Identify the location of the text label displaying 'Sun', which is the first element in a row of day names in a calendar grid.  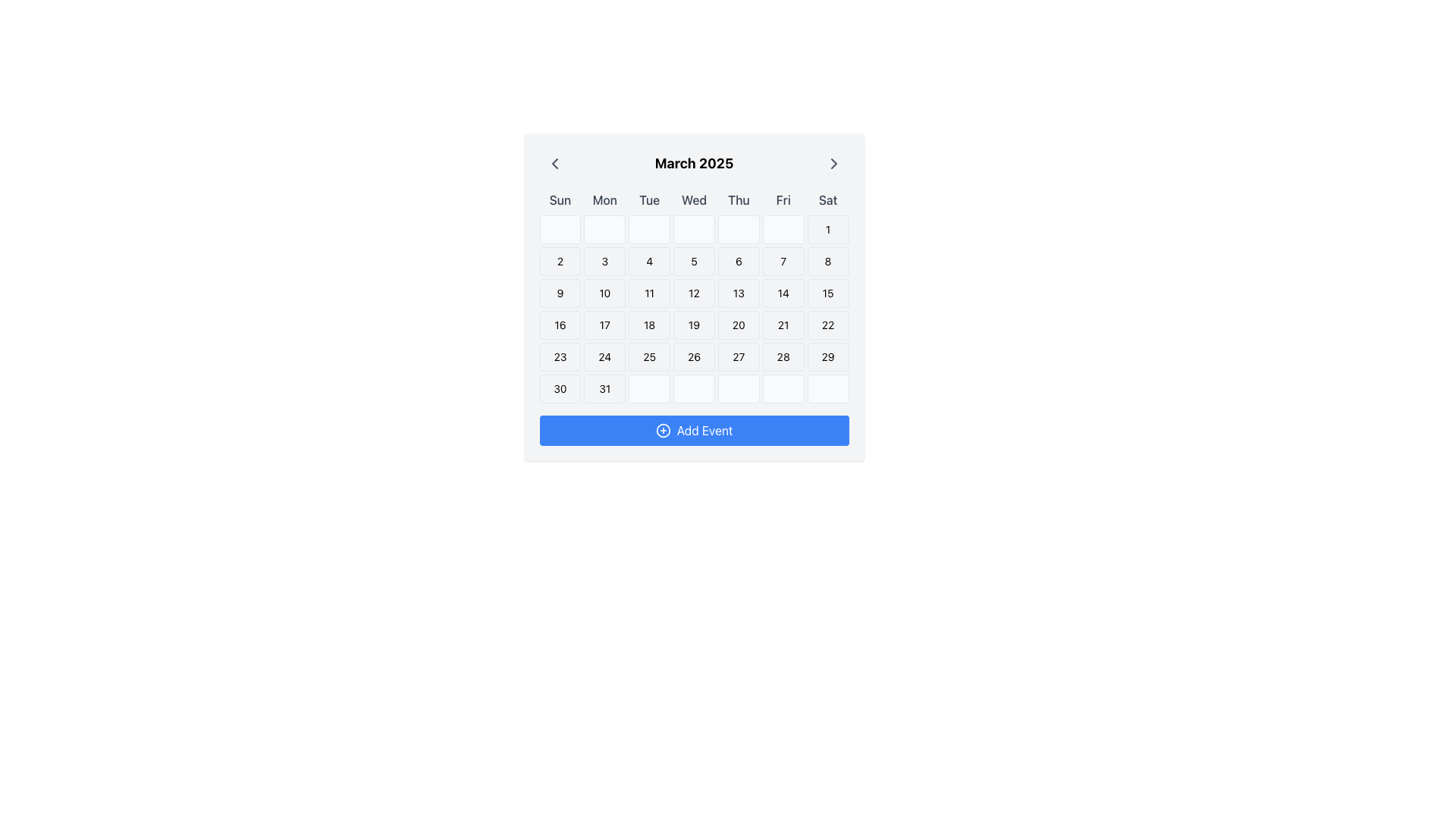
(560, 199).